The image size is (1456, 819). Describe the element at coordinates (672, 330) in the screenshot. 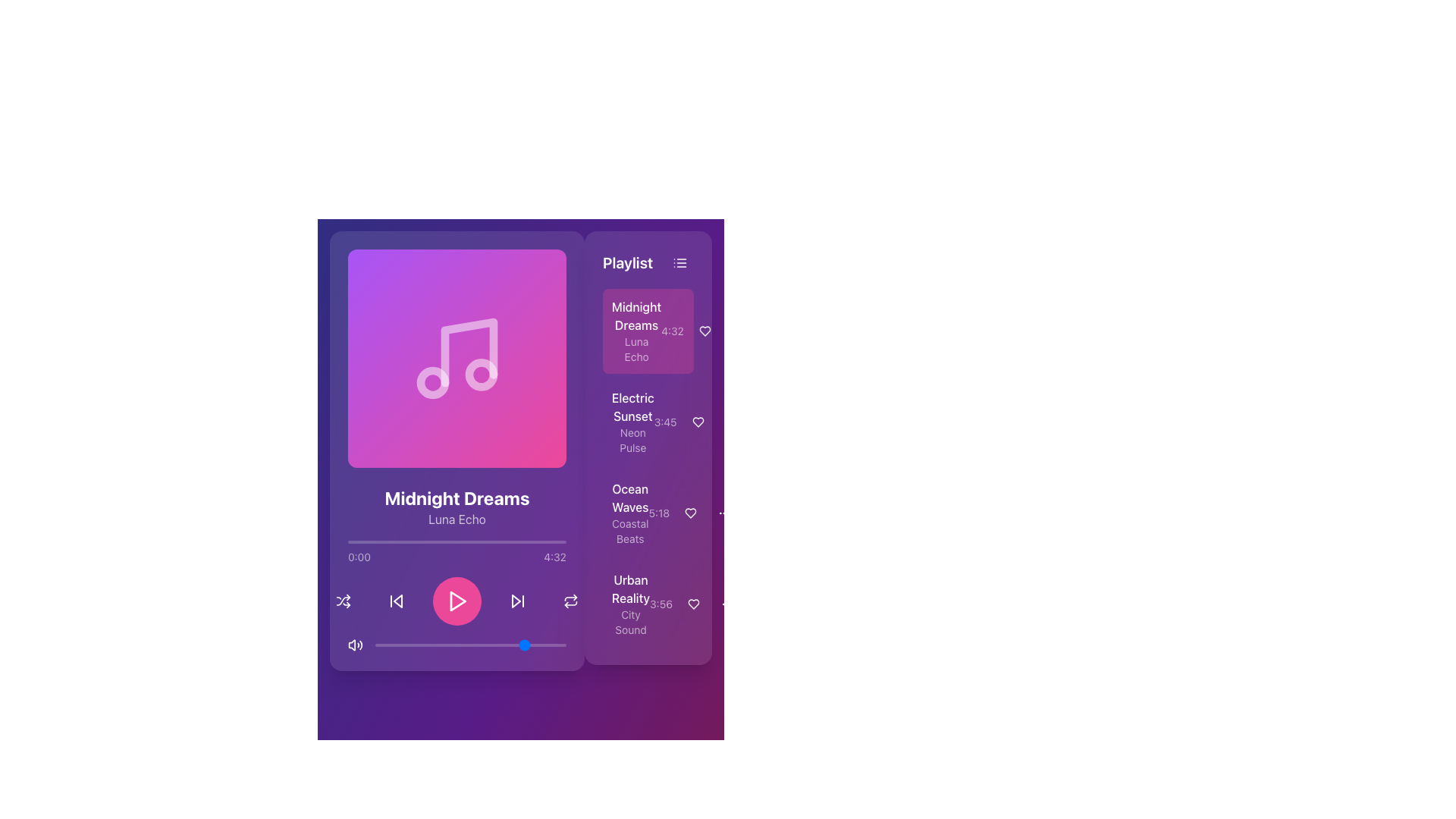

I see `the static text label displaying the time duration '4:32' located in the playlist section under the song title 'Midnight Dreams'` at that location.